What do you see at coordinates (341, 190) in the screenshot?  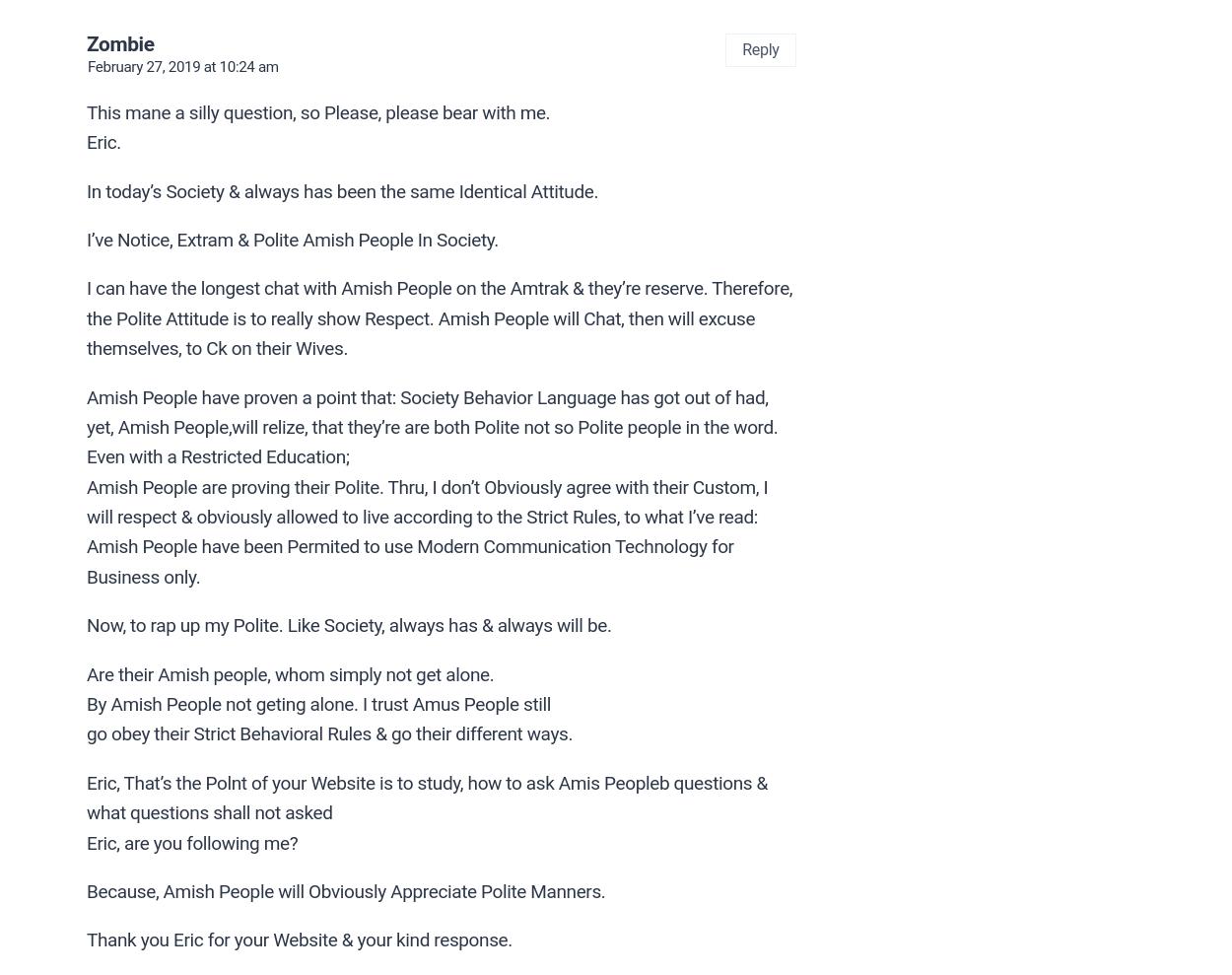 I see `'In today’s Society & always has been the same Identical Attitude.'` at bounding box center [341, 190].